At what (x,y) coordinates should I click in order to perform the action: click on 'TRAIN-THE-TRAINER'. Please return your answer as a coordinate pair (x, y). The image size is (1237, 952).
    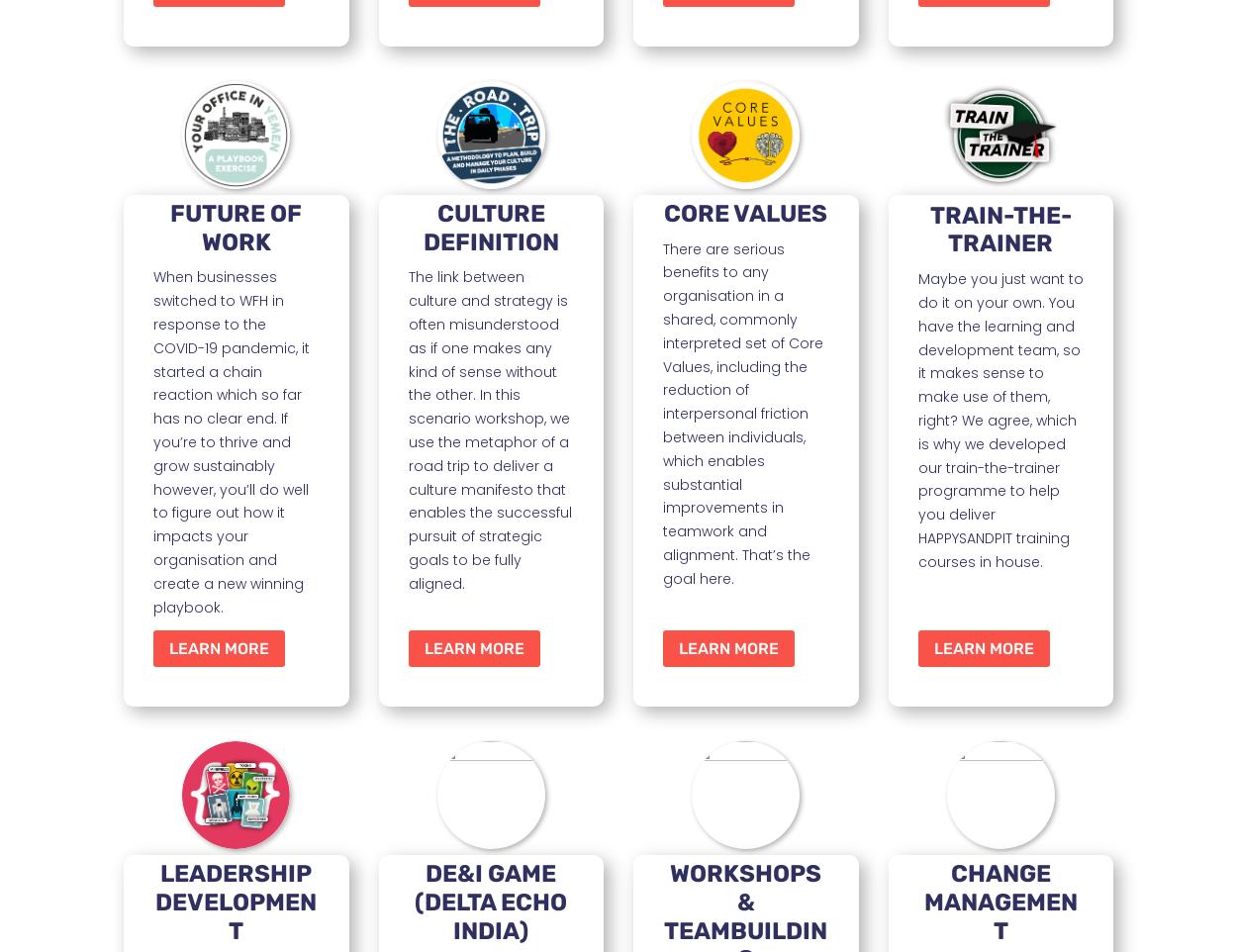
    Looking at the image, I should click on (928, 228).